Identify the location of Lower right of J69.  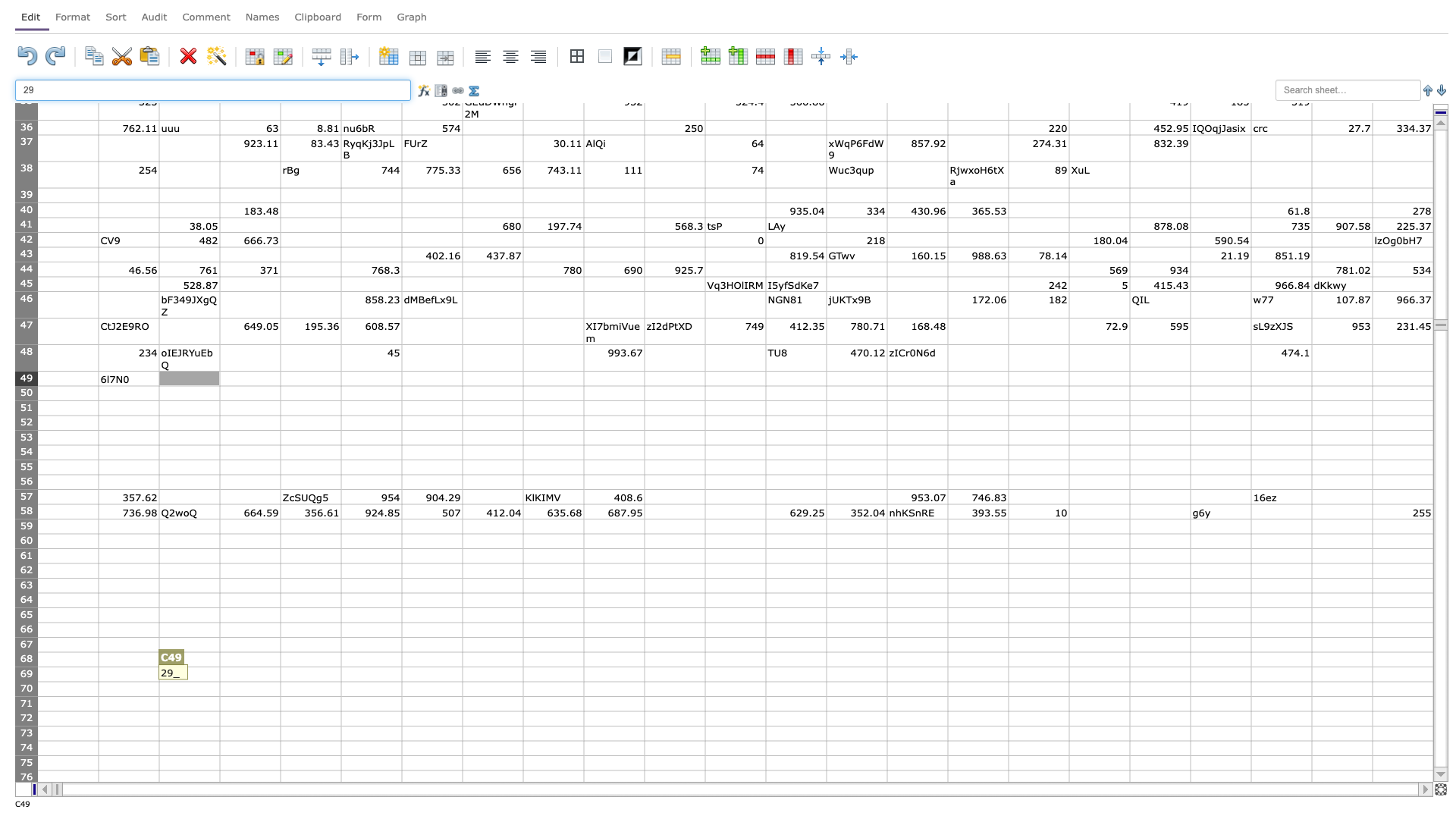
(644, 680).